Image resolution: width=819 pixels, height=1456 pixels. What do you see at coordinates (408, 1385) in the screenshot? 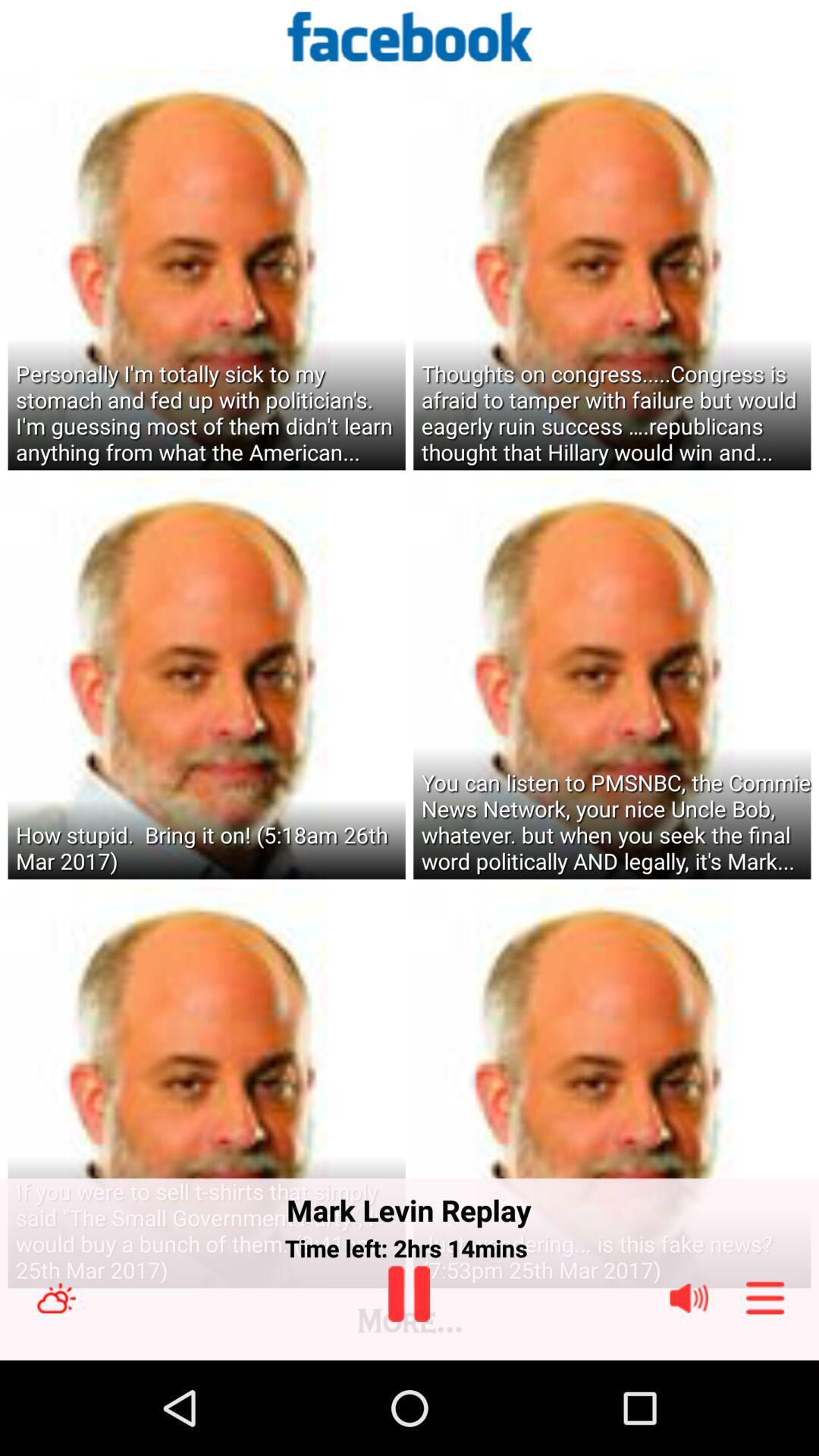
I see `the pause icon` at bounding box center [408, 1385].